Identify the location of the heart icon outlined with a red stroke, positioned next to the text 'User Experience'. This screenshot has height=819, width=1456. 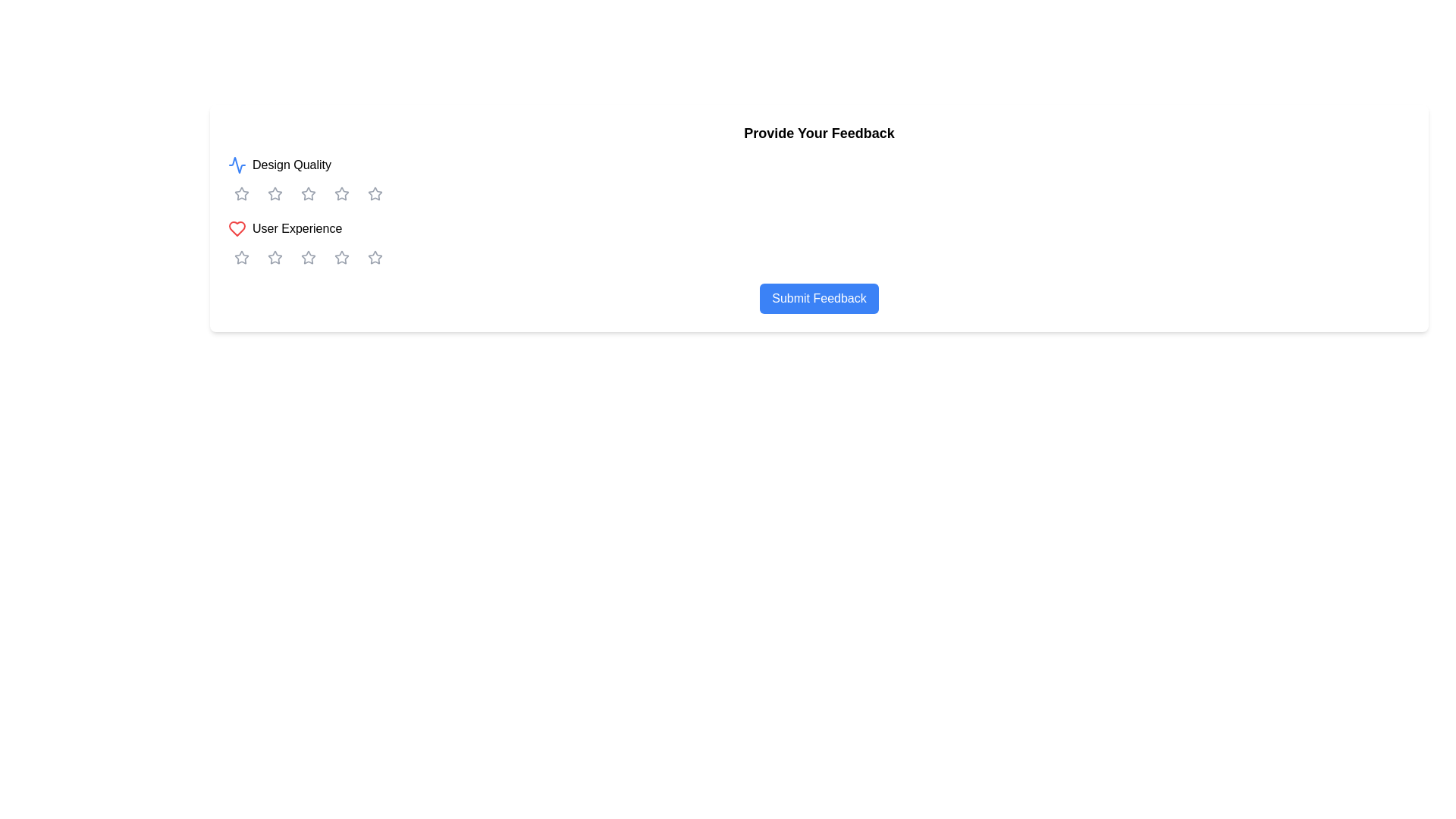
(236, 228).